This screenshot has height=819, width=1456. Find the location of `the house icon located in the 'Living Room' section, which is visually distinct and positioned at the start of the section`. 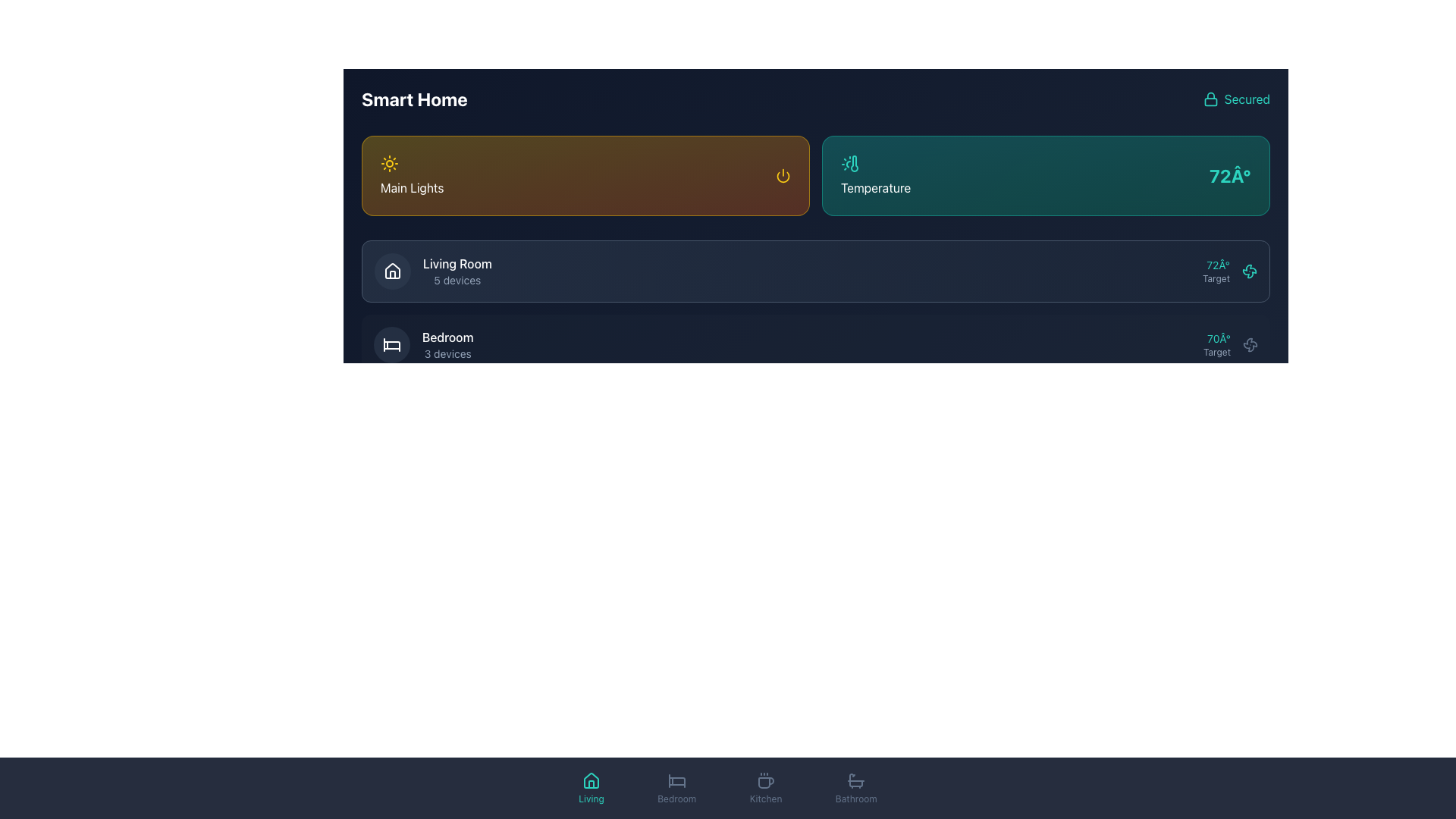

the house icon located in the 'Living Room' section, which is visually distinct and positioned at the start of the section is located at coordinates (393, 270).